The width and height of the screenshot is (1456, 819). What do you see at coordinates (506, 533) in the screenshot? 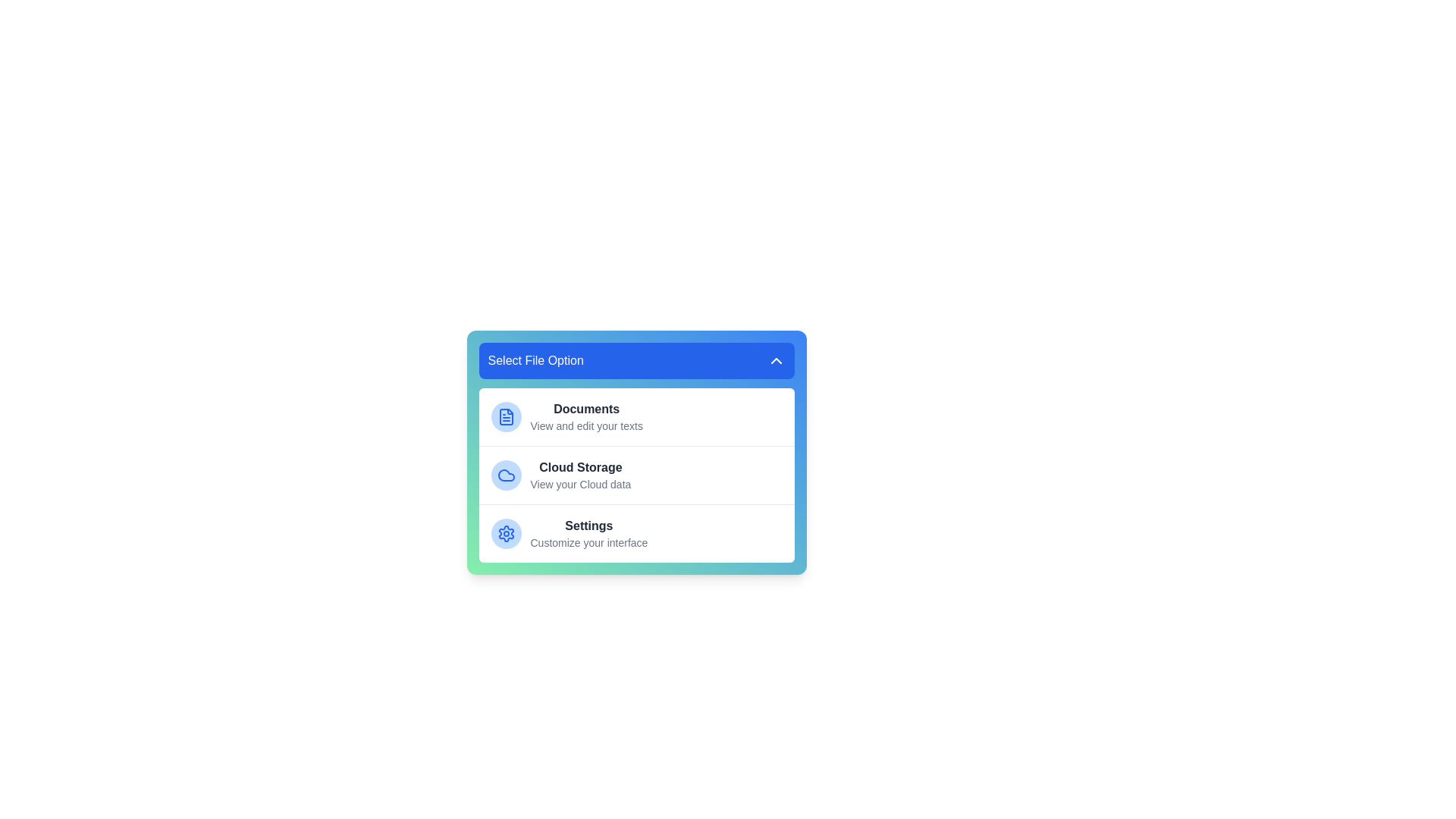
I see `the circular gear icon with a blue gradient background` at bounding box center [506, 533].